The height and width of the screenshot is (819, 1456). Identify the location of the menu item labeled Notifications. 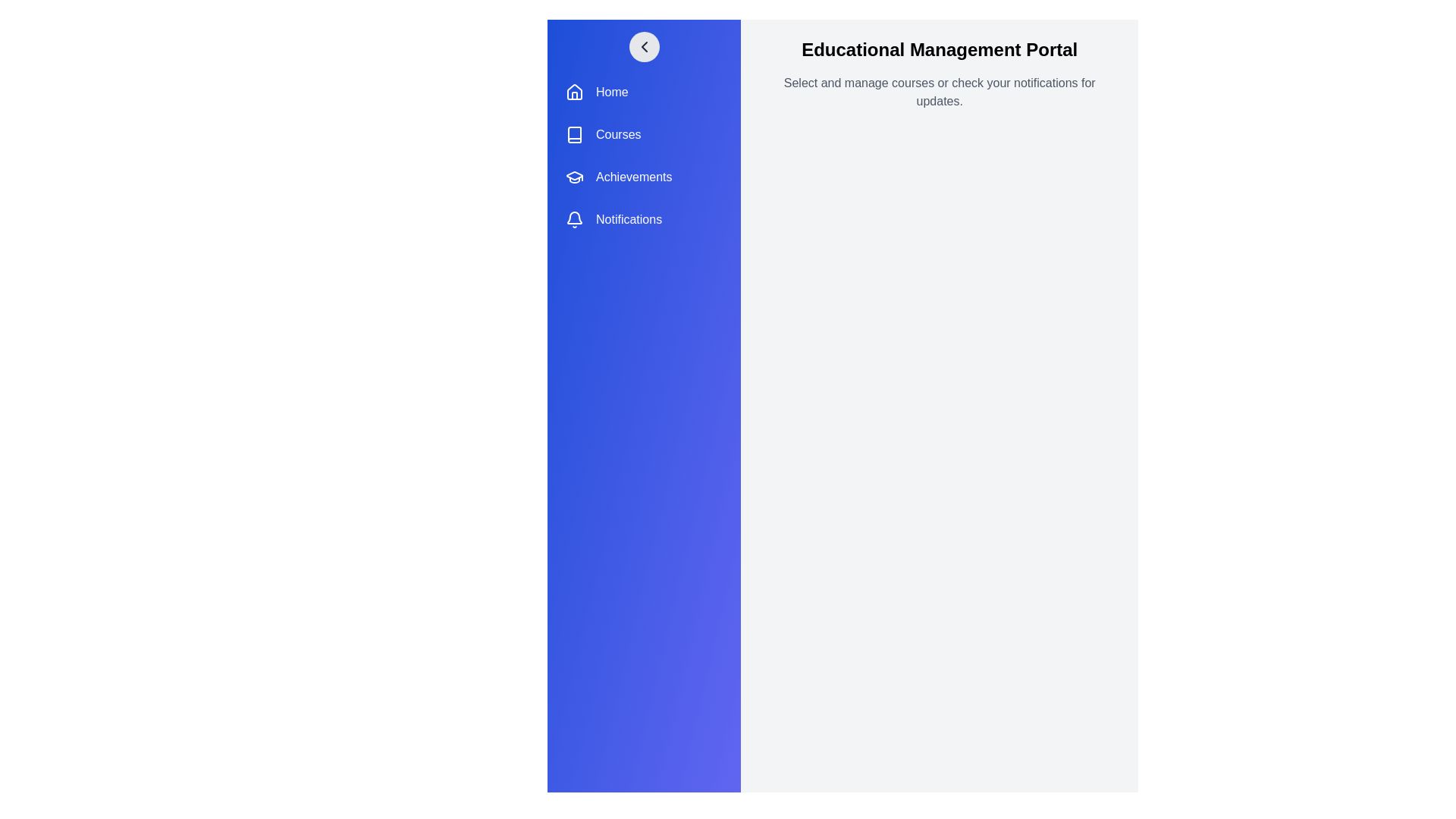
(644, 219).